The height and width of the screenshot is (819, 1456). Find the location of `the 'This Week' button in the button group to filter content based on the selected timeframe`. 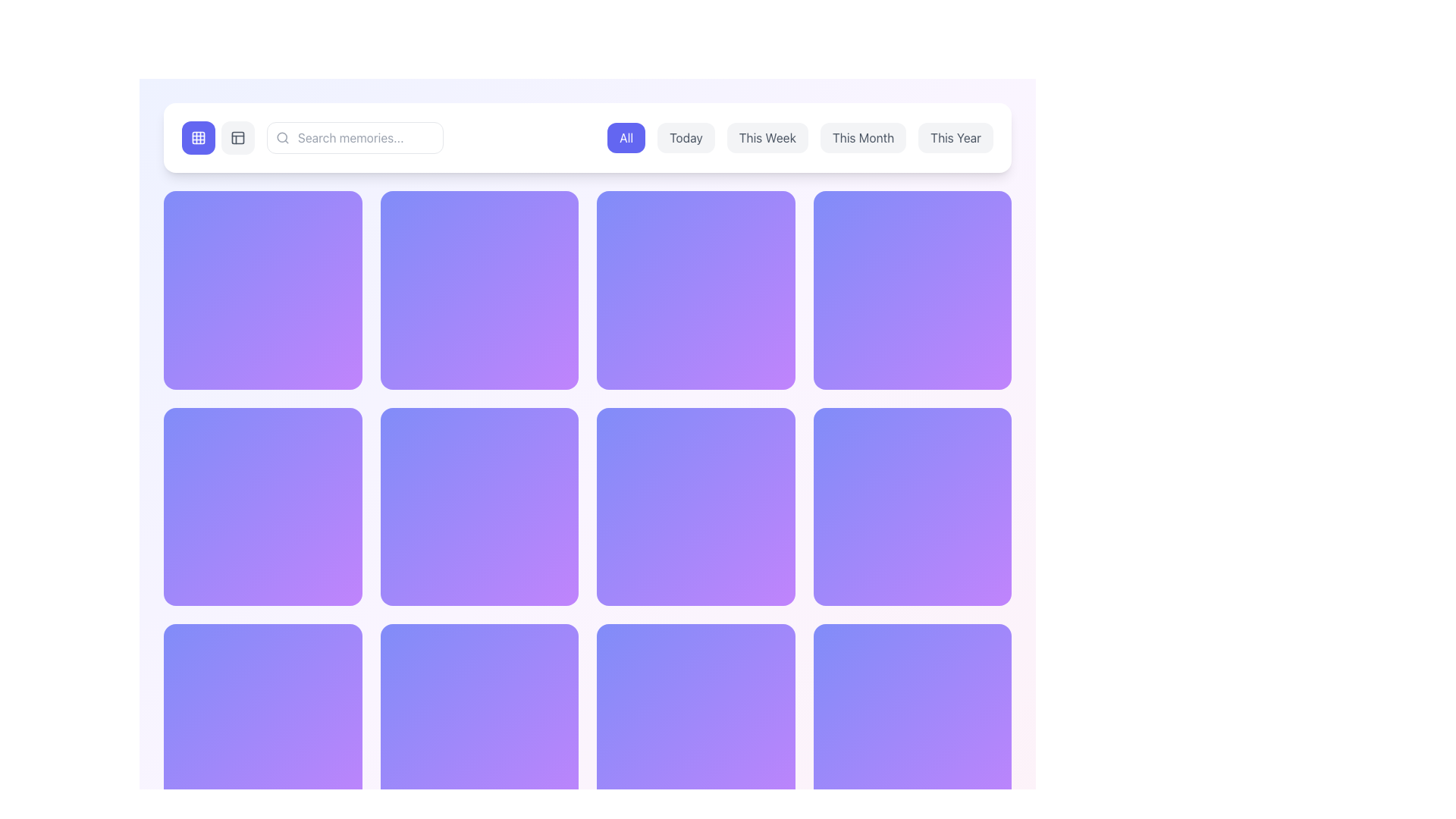

the 'This Week' button in the button group to filter content based on the selected timeframe is located at coordinates (799, 137).